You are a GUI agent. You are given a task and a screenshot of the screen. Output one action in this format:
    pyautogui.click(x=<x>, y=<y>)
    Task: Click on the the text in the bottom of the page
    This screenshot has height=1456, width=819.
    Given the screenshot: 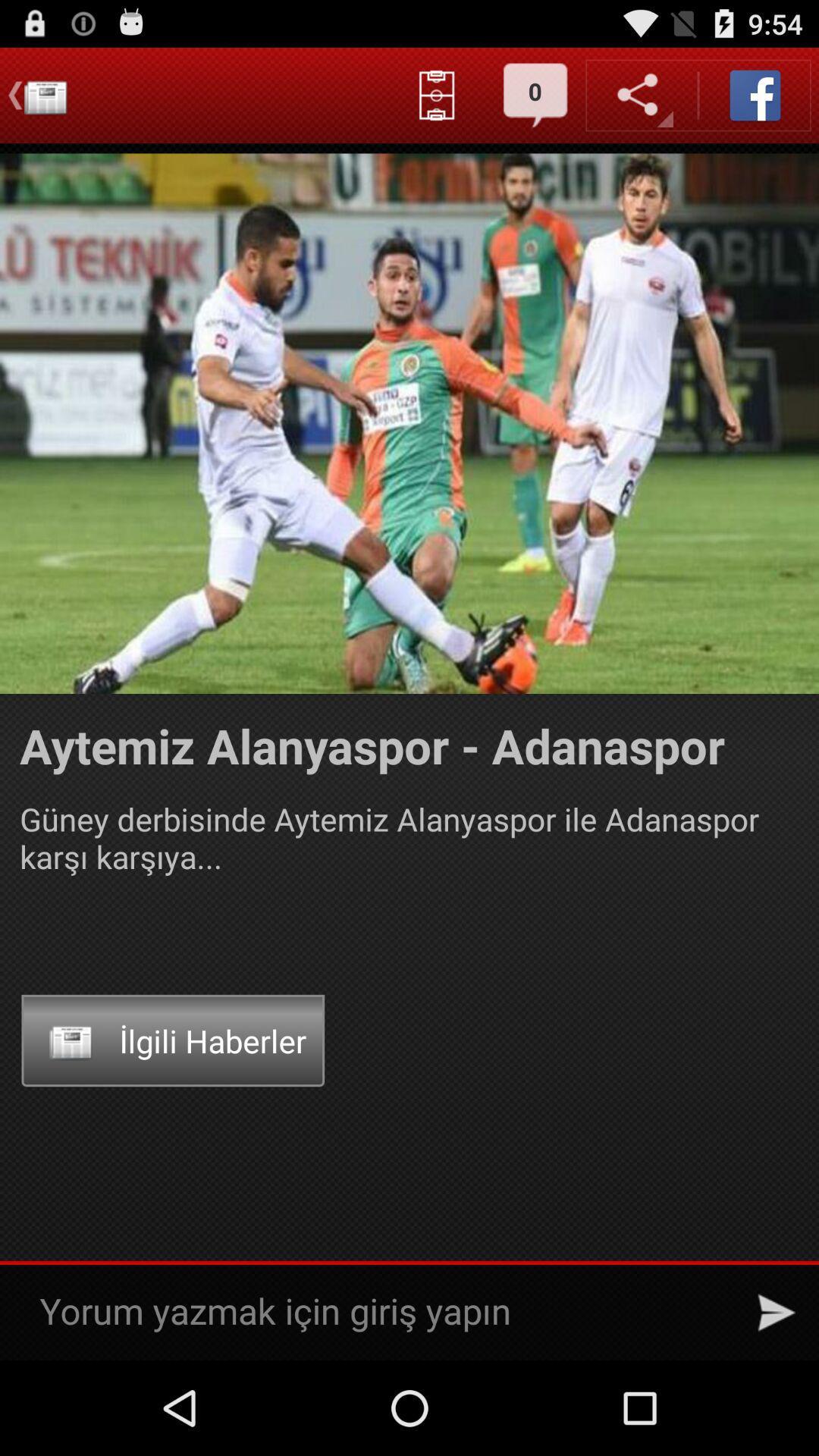 What is the action you would take?
    pyautogui.click(x=381, y=1312)
    